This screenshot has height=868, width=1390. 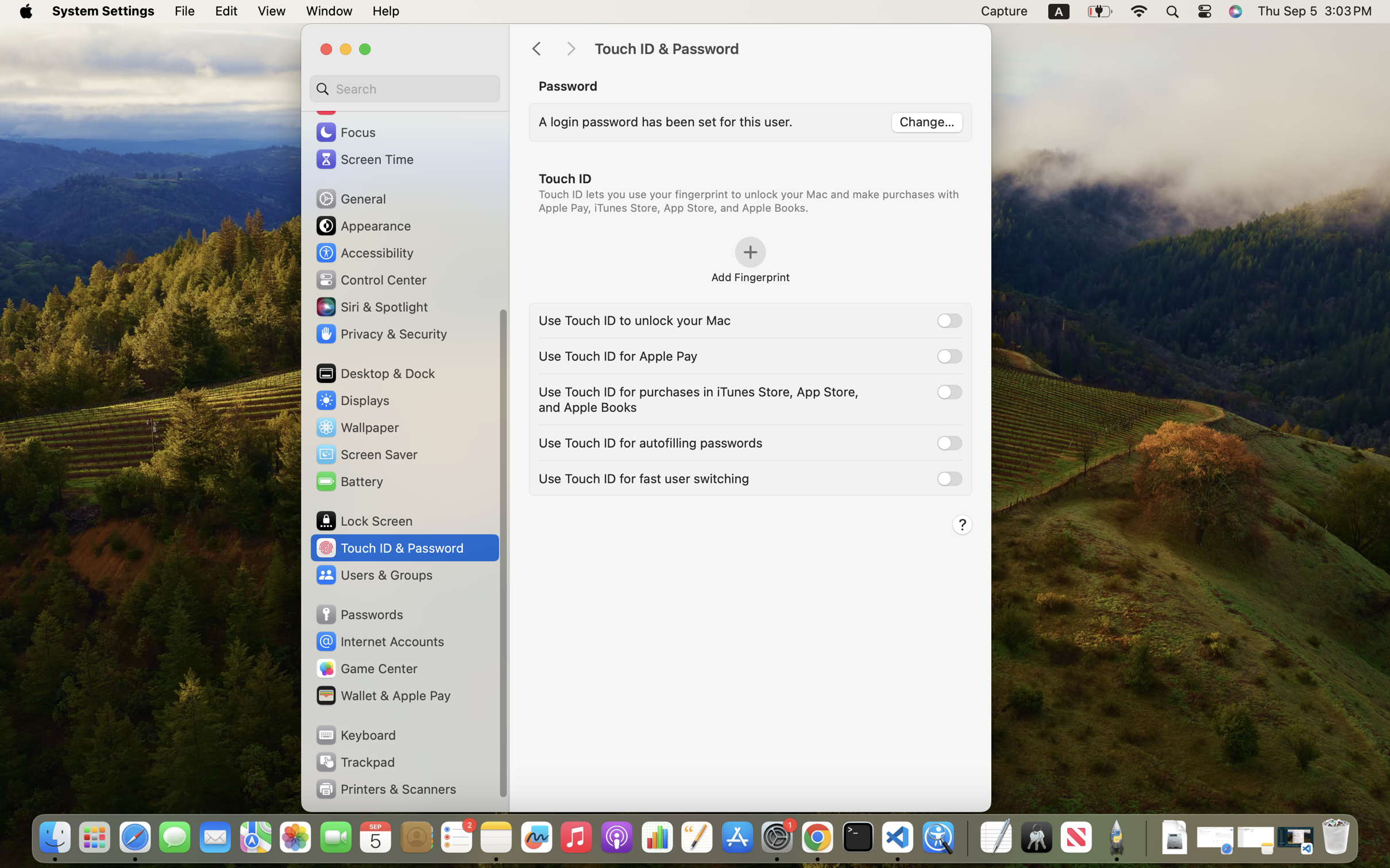 What do you see at coordinates (357, 427) in the screenshot?
I see `'Wallpaper'` at bounding box center [357, 427].